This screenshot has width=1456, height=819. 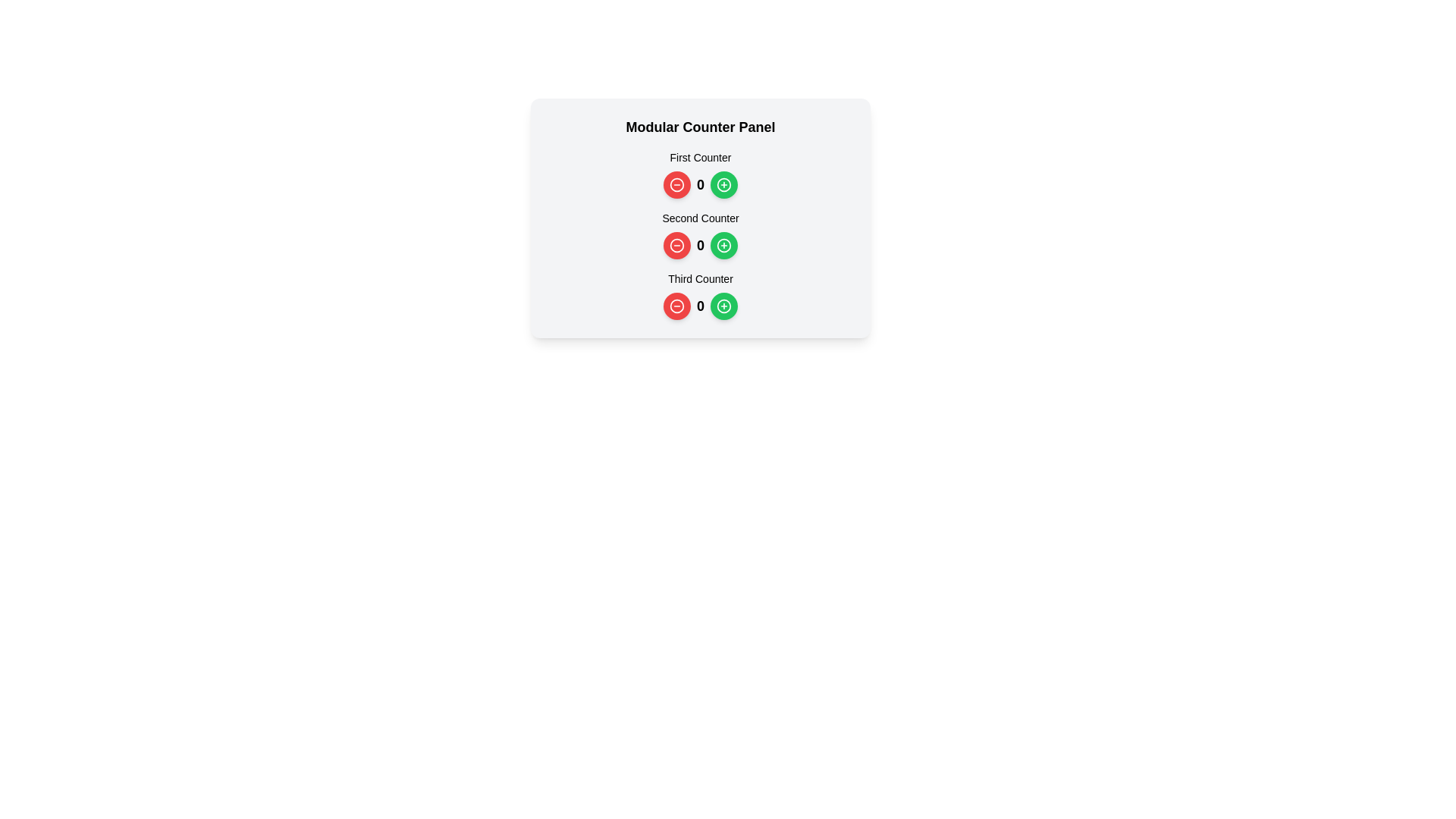 I want to click on the circular red button with a white minus symbol to decrease the counter value, located in the first row of the counter panel section, so click(x=676, y=184).